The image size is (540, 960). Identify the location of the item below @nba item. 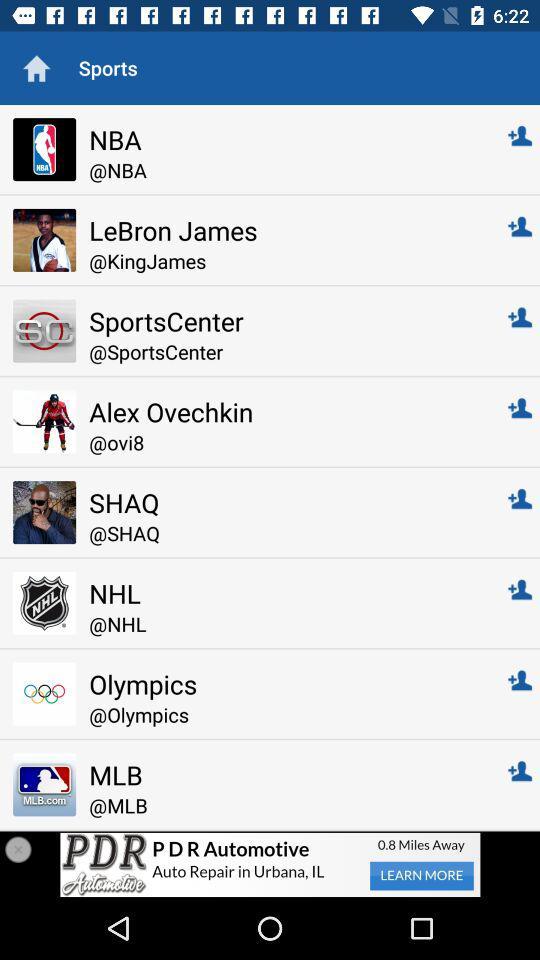
(284, 230).